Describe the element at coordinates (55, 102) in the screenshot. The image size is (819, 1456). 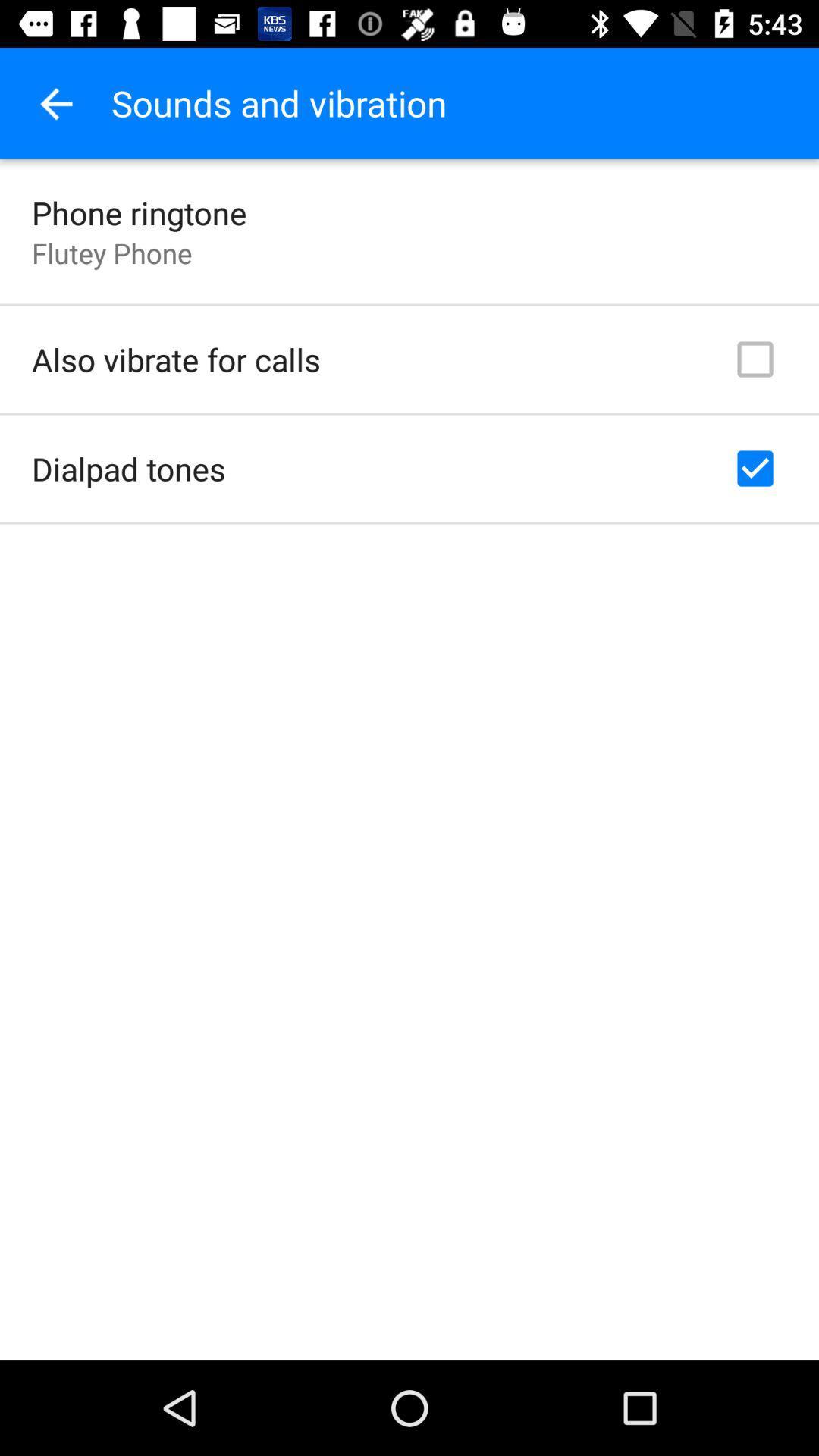
I see `the icon next to sounds and vibration icon` at that location.